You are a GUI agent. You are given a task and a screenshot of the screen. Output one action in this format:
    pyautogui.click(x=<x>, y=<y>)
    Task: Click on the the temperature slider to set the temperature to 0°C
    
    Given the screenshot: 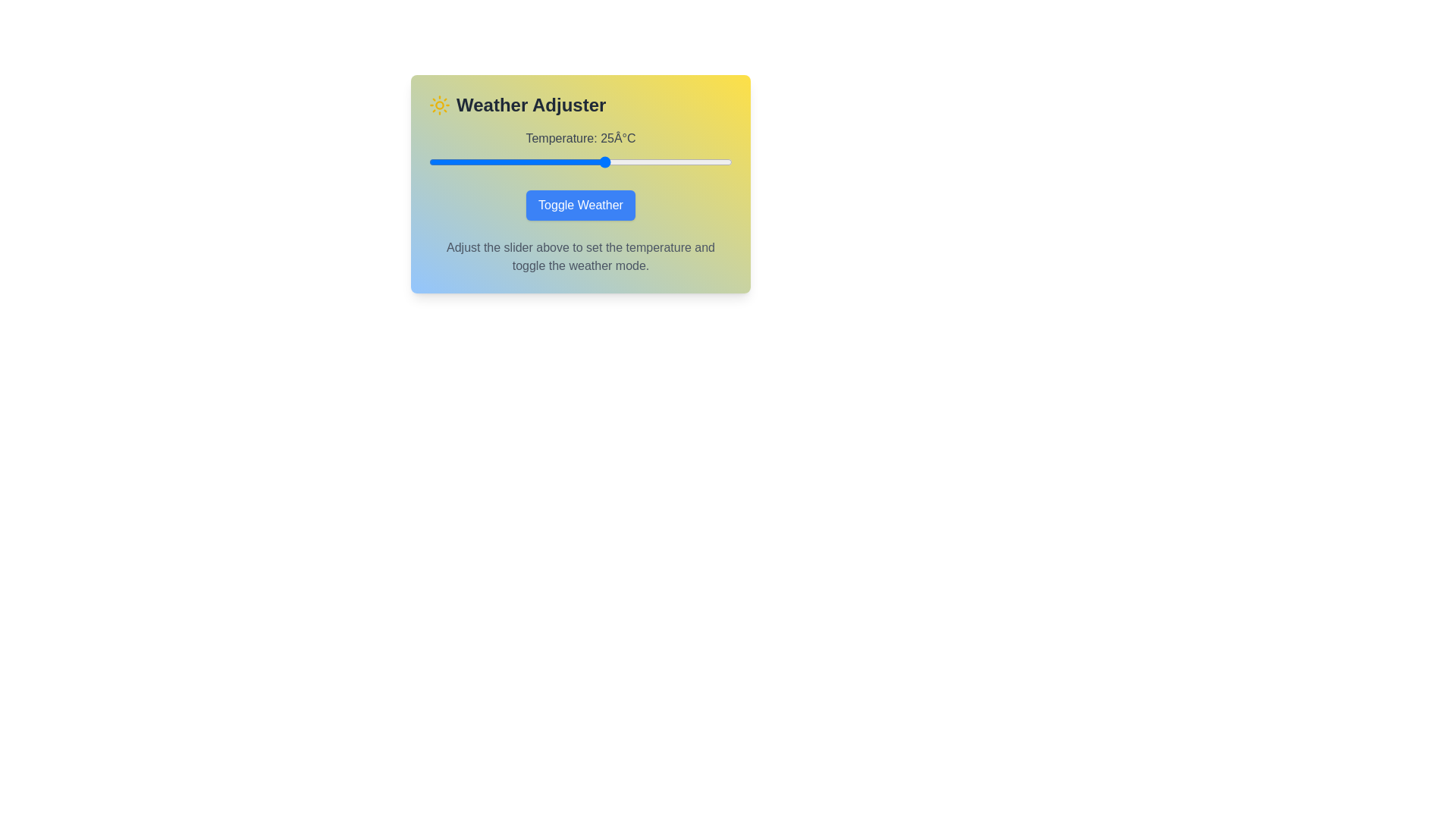 What is the action you would take?
    pyautogui.click(x=479, y=162)
    